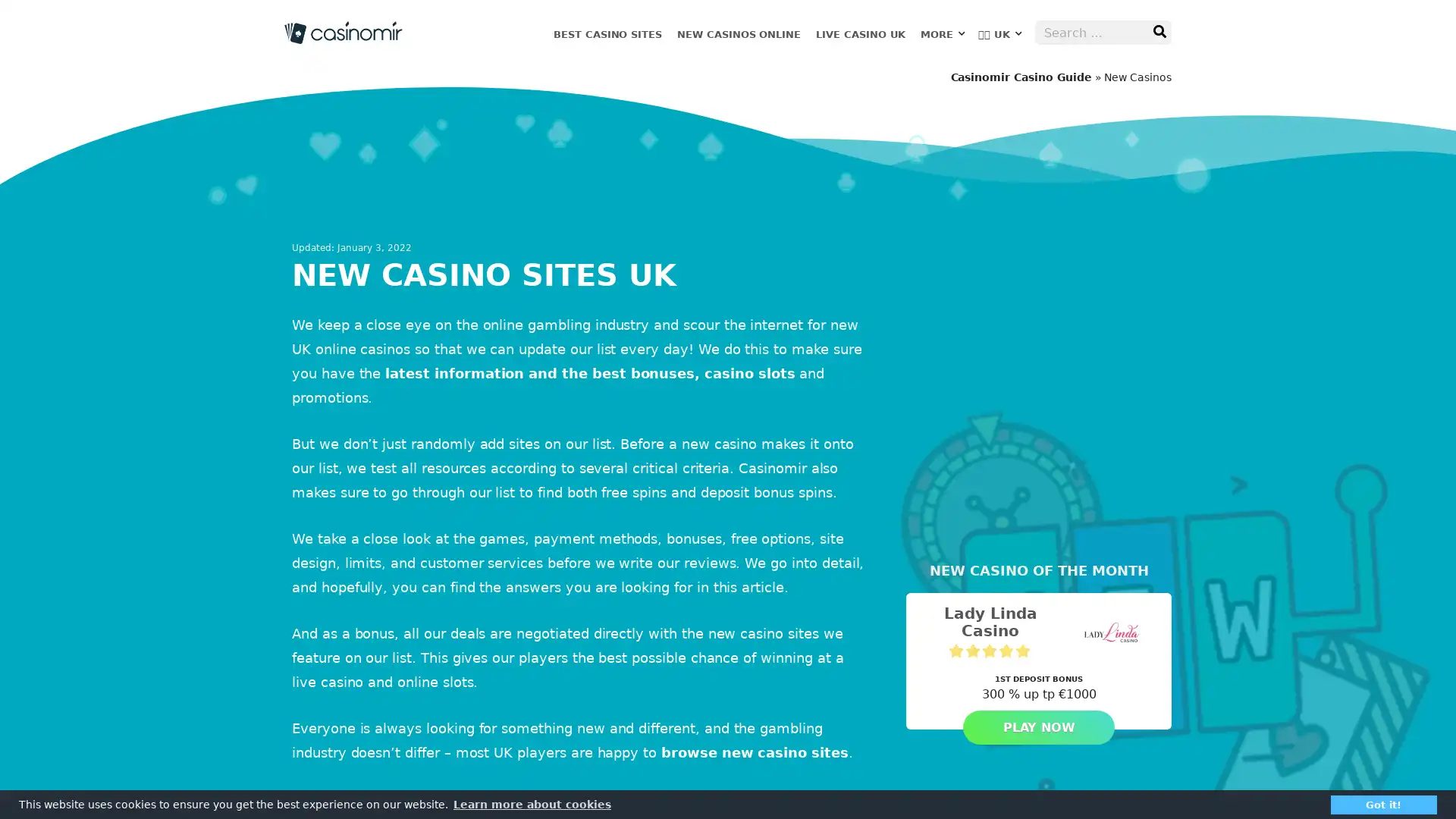  What do you see at coordinates (1383, 803) in the screenshot?
I see `dismiss cookie message` at bounding box center [1383, 803].